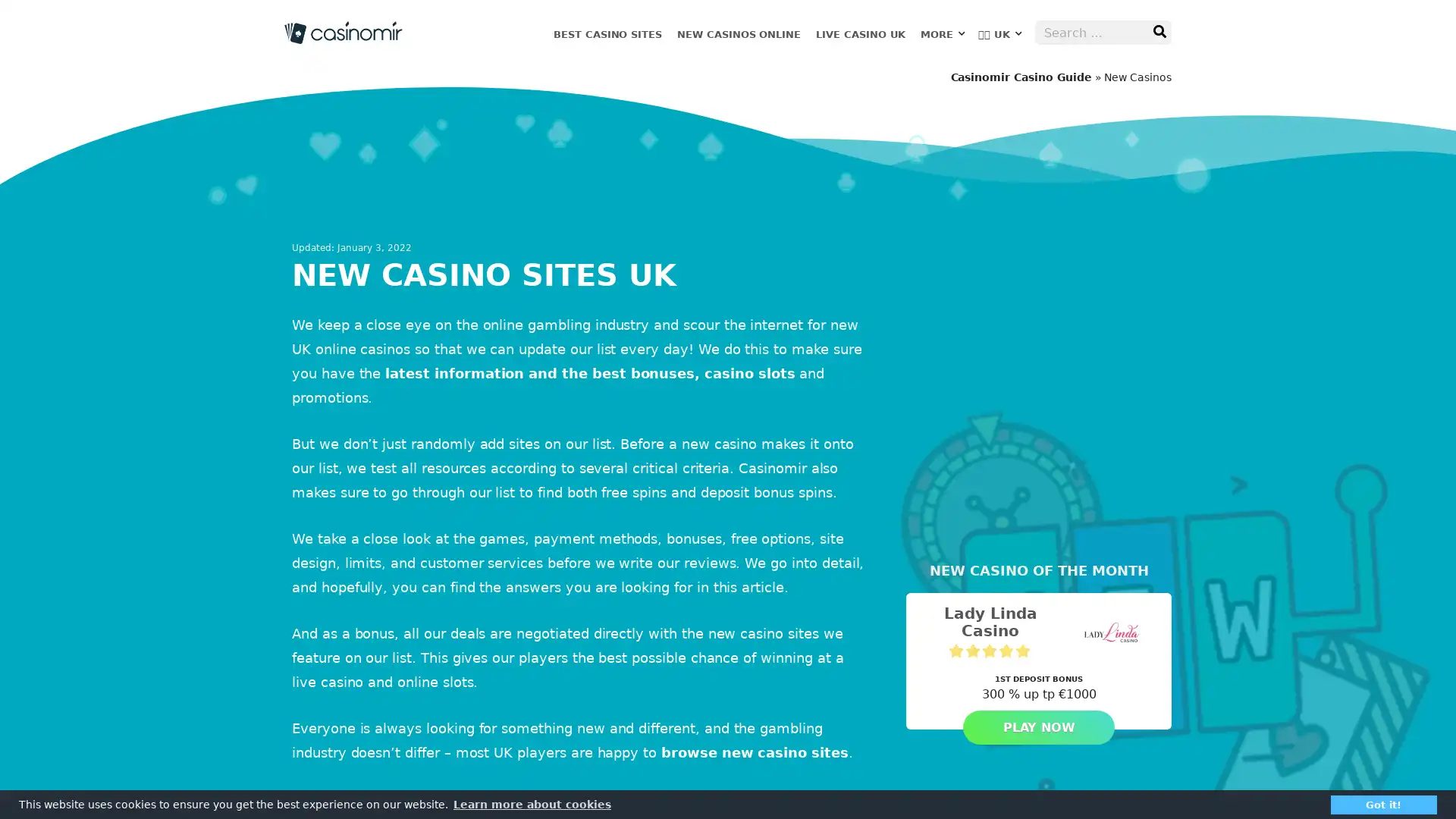  What do you see at coordinates (1383, 803) in the screenshot?
I see `dismiss cookie message` at bounding box center [1383, 803].